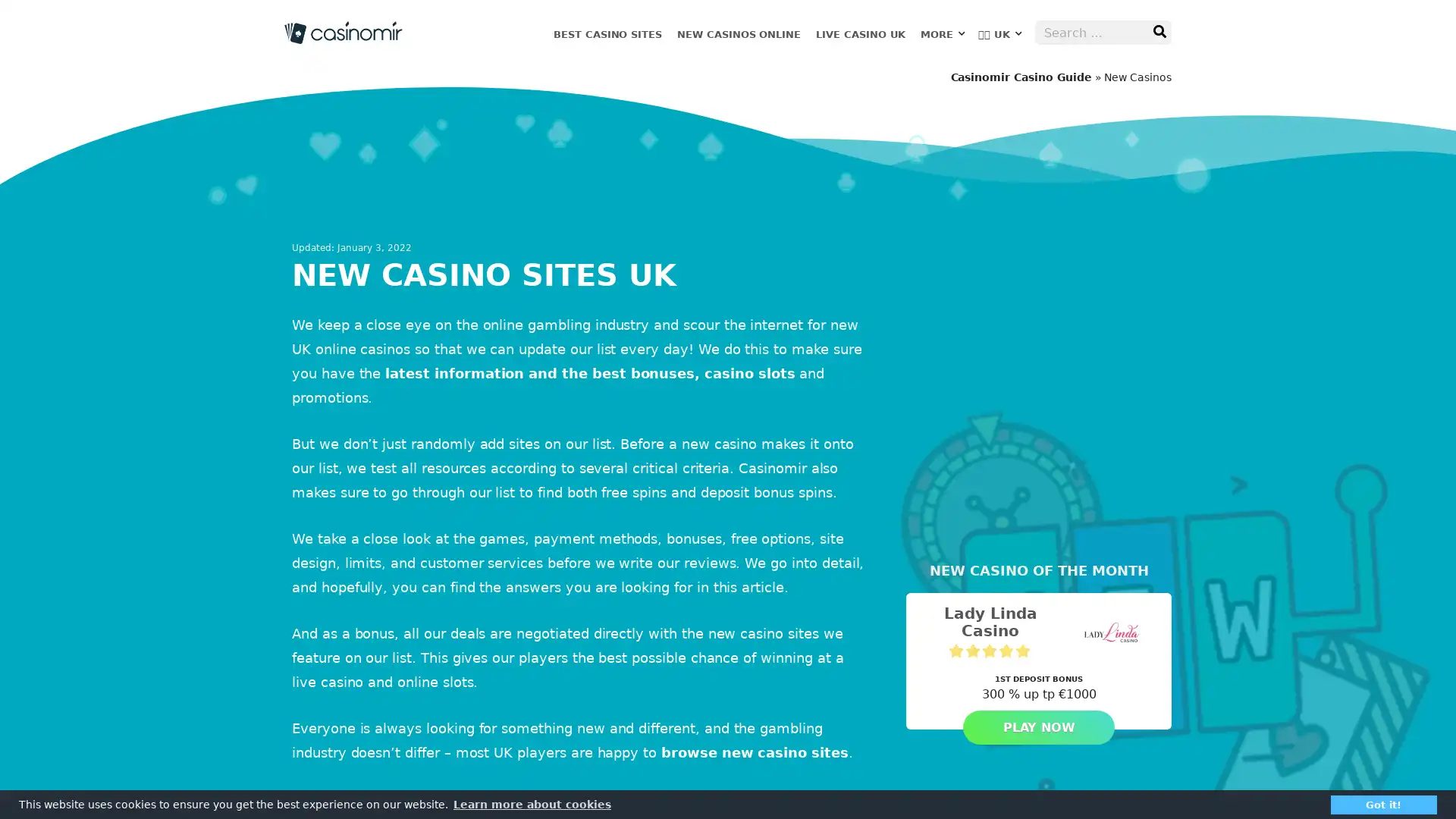  What do you see at coordinates (1383, 803) in the screenshot?
I see `dismiss cookie message` at bounding box center [1383, 803].